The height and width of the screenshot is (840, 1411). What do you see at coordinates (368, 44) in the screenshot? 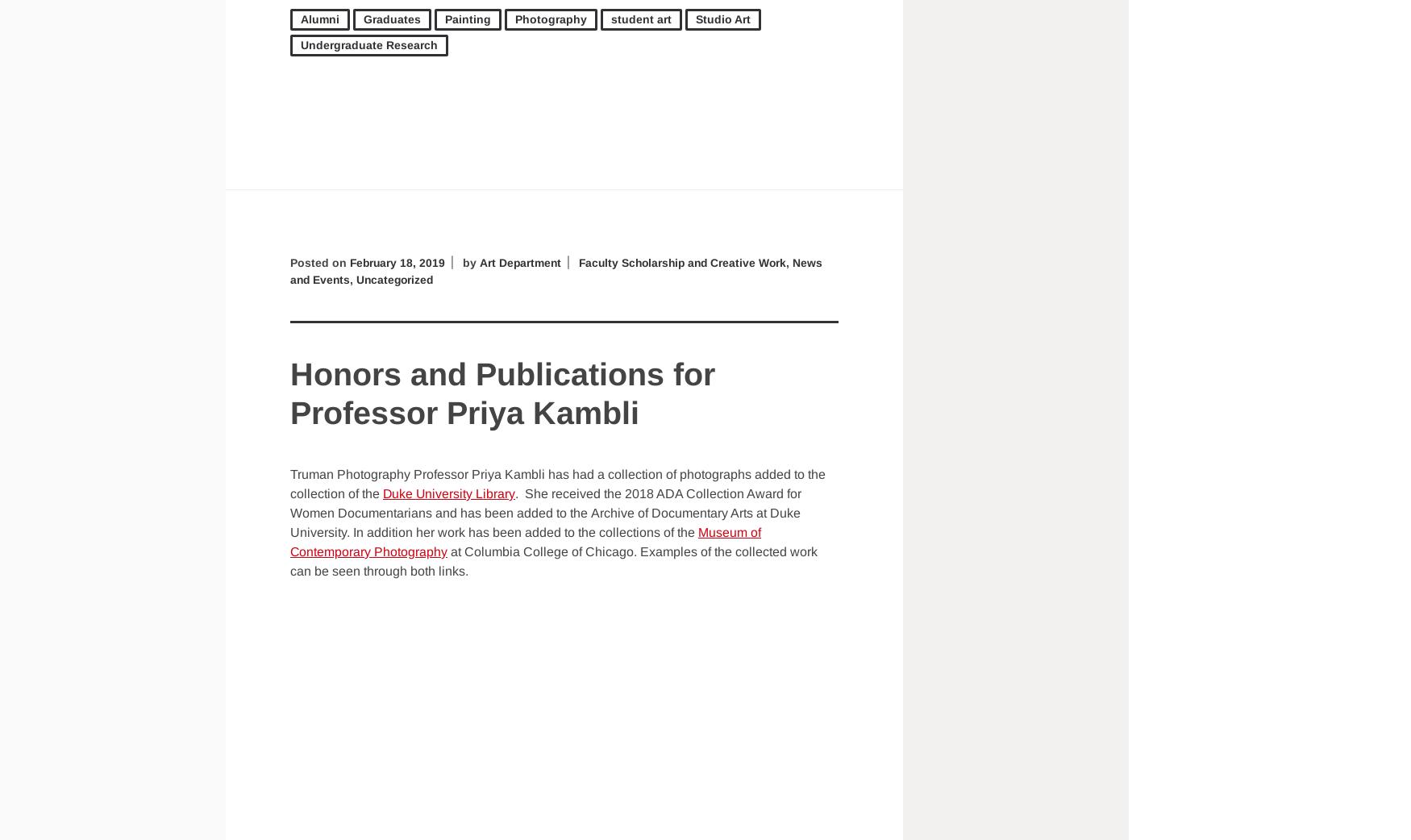
I see `'Undergraduate Research'` at bounding box center [368, 44].